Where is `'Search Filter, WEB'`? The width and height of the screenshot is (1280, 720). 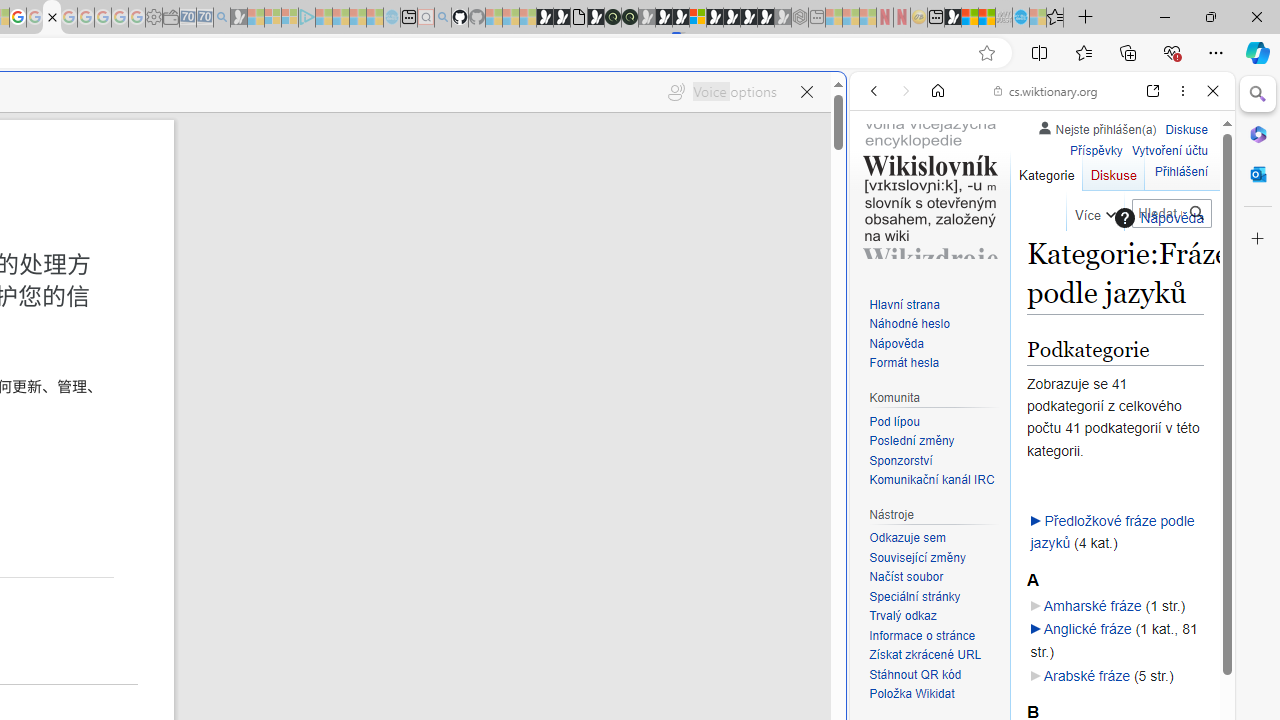
'Search Filter, WEB' is located at coordinates (881, 227).